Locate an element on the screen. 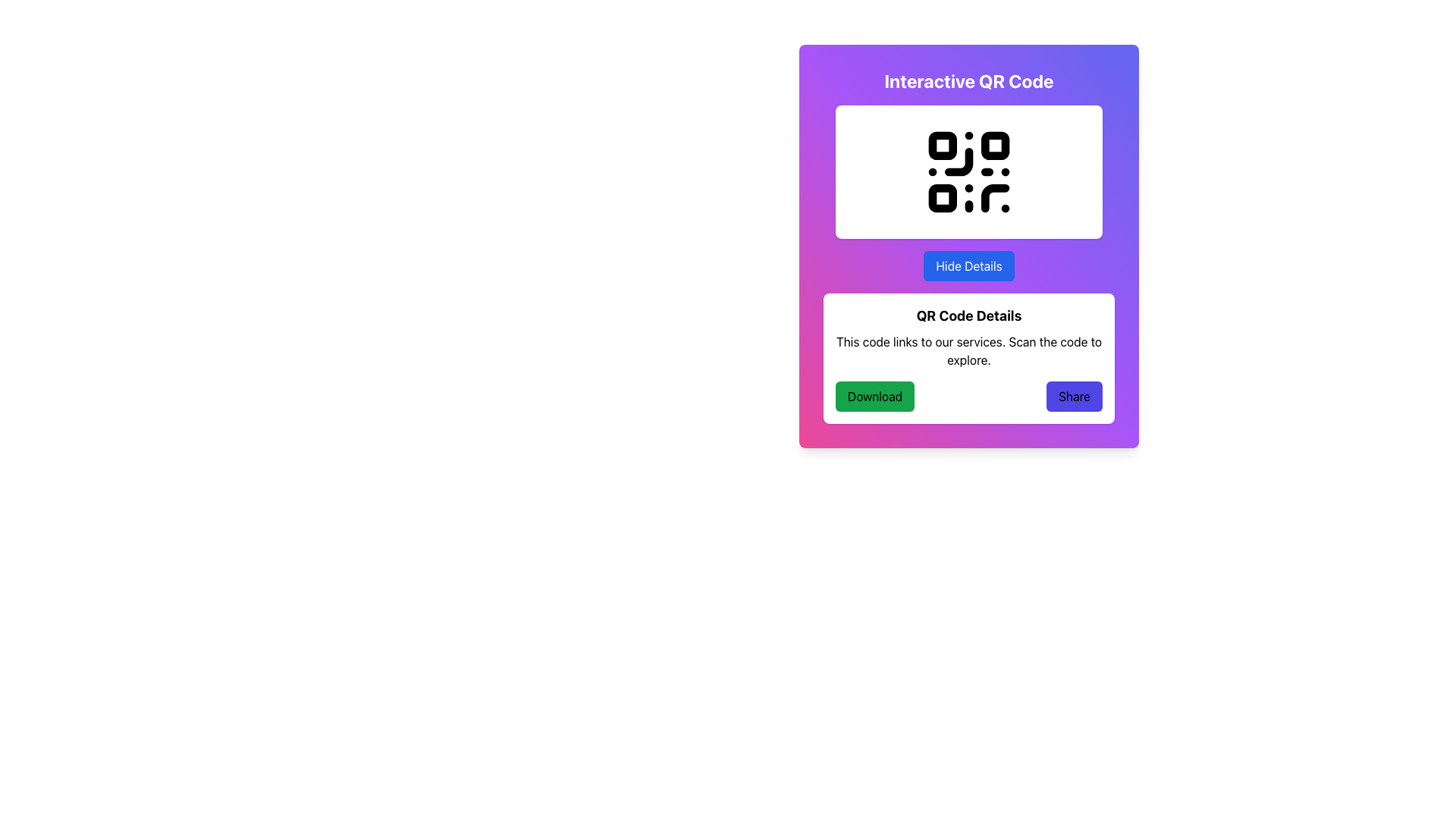 This screenshot has width=1456, height=819. the button that toggles the visibility of additional details about the QR code, located below the QR code image and above the 'QR Code Details' section is located at coordinates (968, 265).